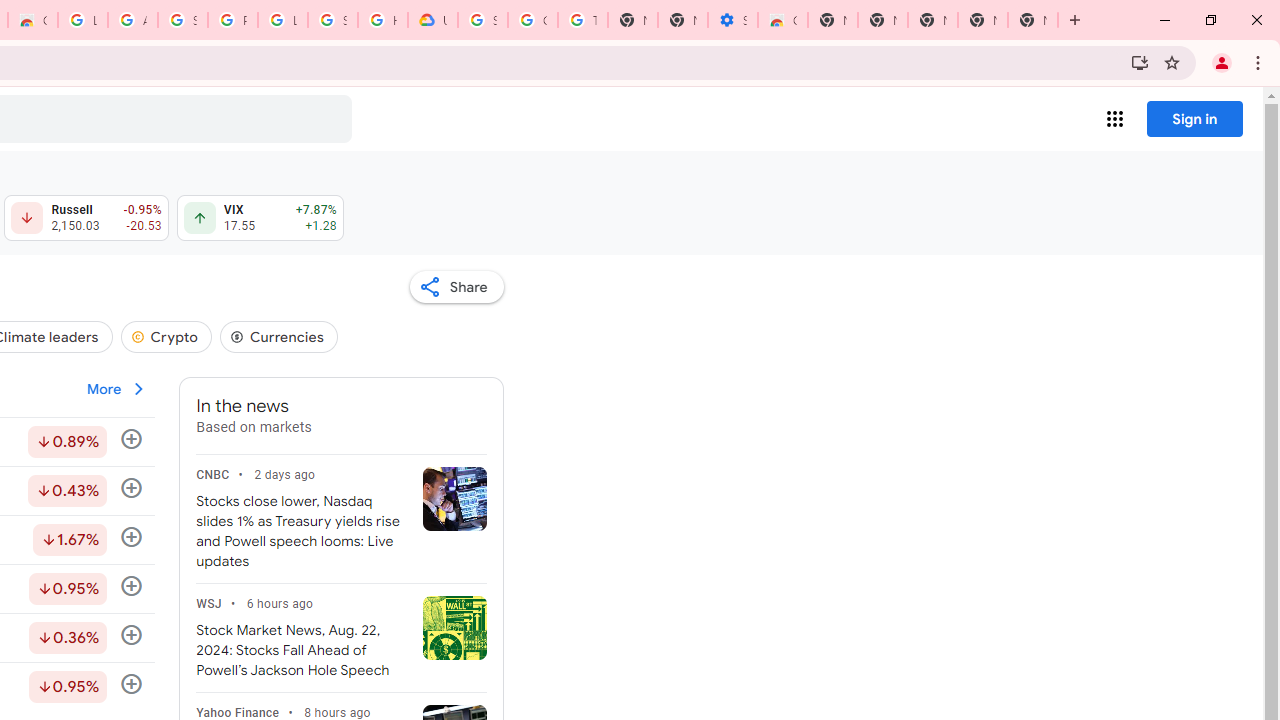  I want to click on 'Currencies', so click(278, 335).